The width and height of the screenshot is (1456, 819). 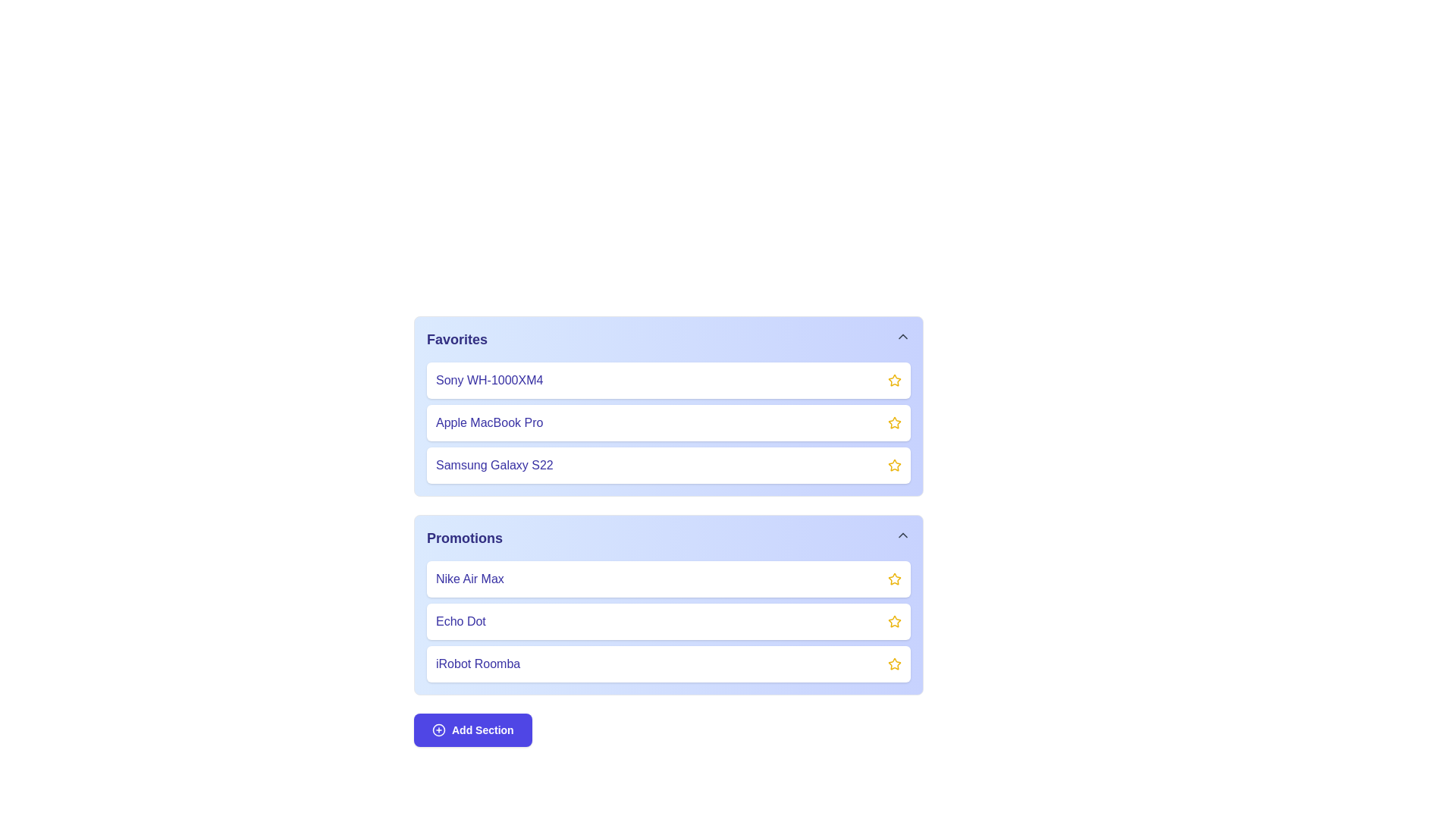 I want to click on 'Add Section' button to add a new section, so click(x=472, y=730).